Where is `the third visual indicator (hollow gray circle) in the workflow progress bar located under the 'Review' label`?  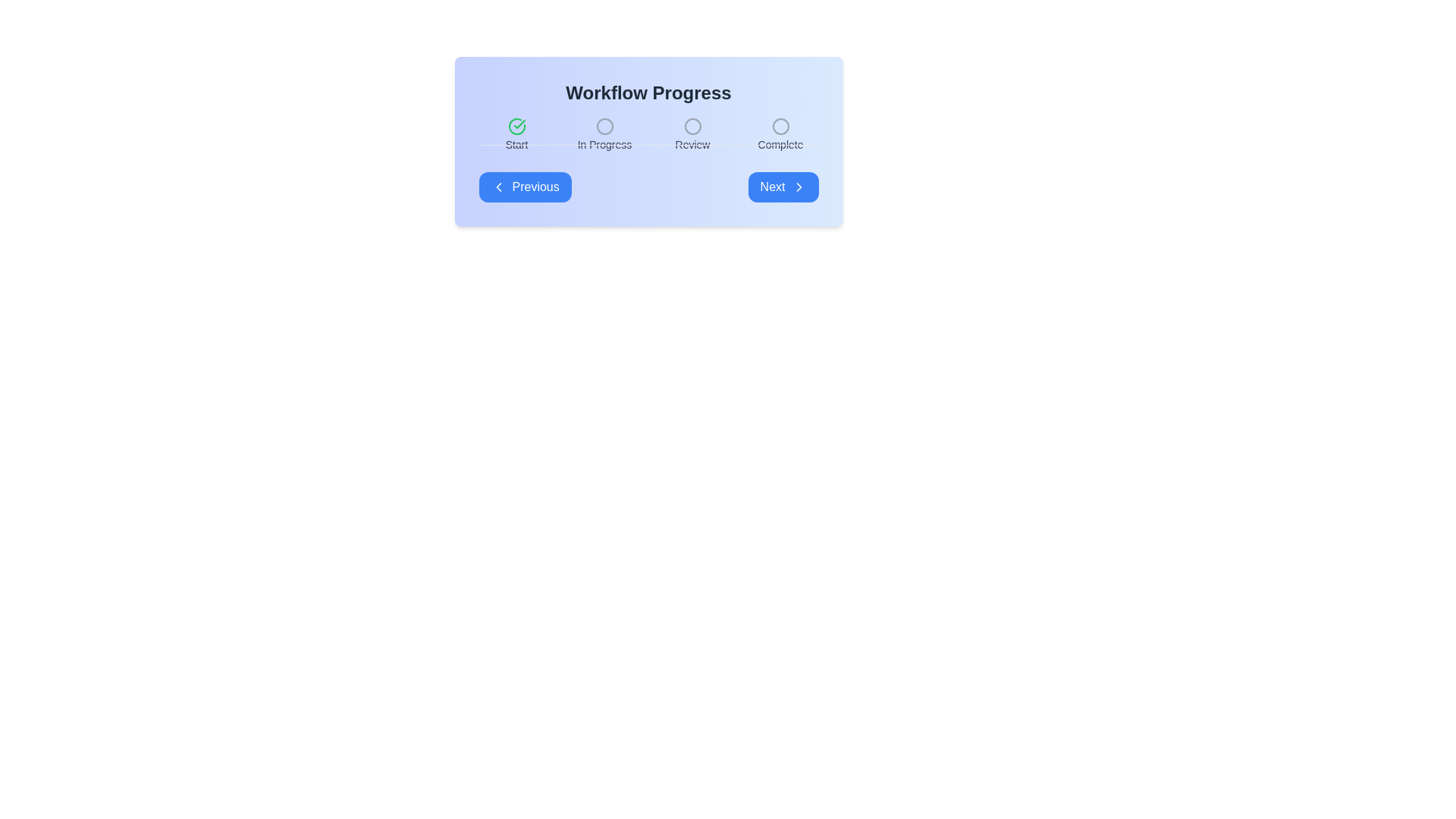 the third visual indicator (hollow gray circle) in the workflow progress bar located under the 'Review' label is located at coordinates (692, 125).